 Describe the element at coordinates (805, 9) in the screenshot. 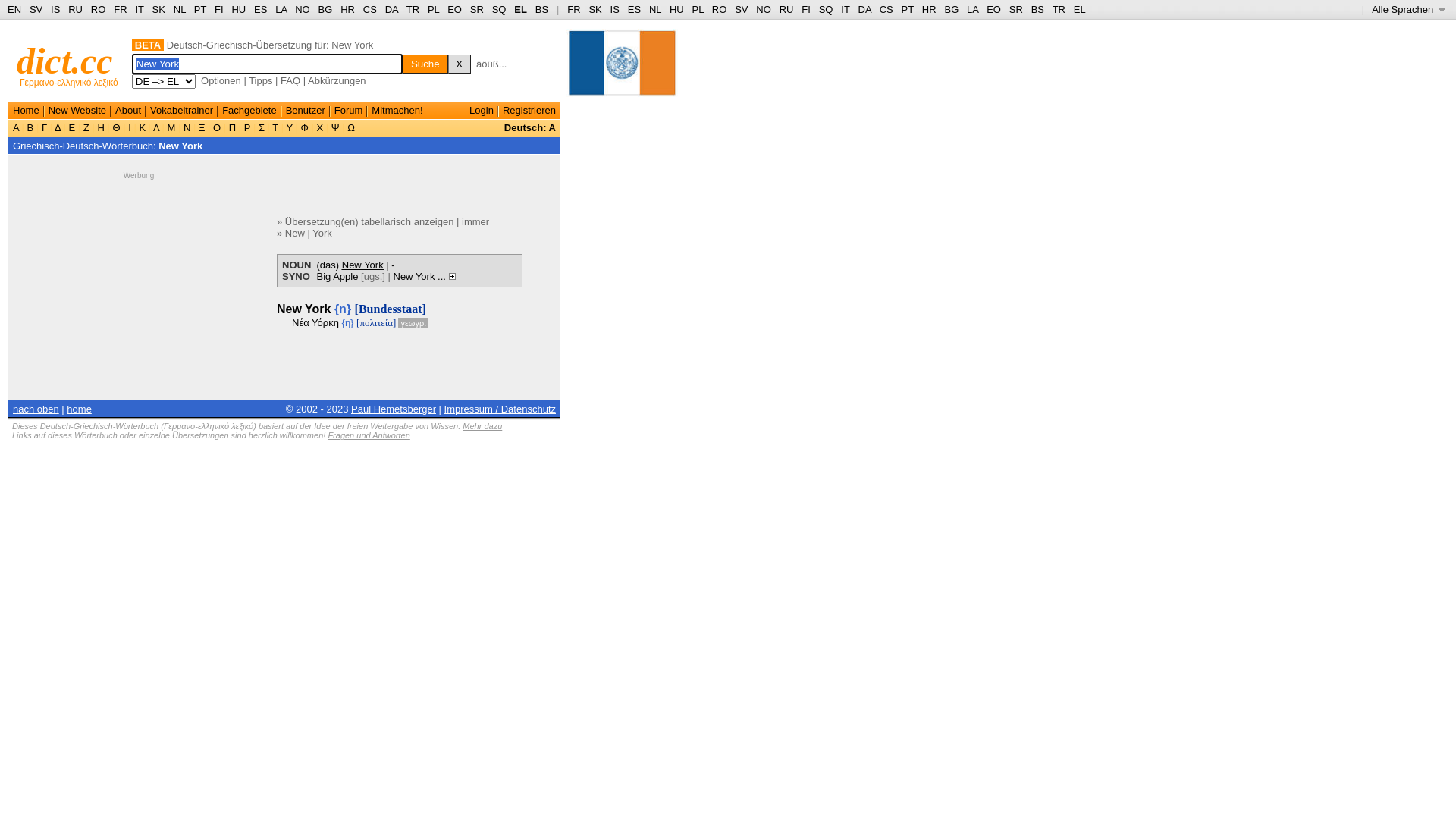

I see `'FI'` at that location.